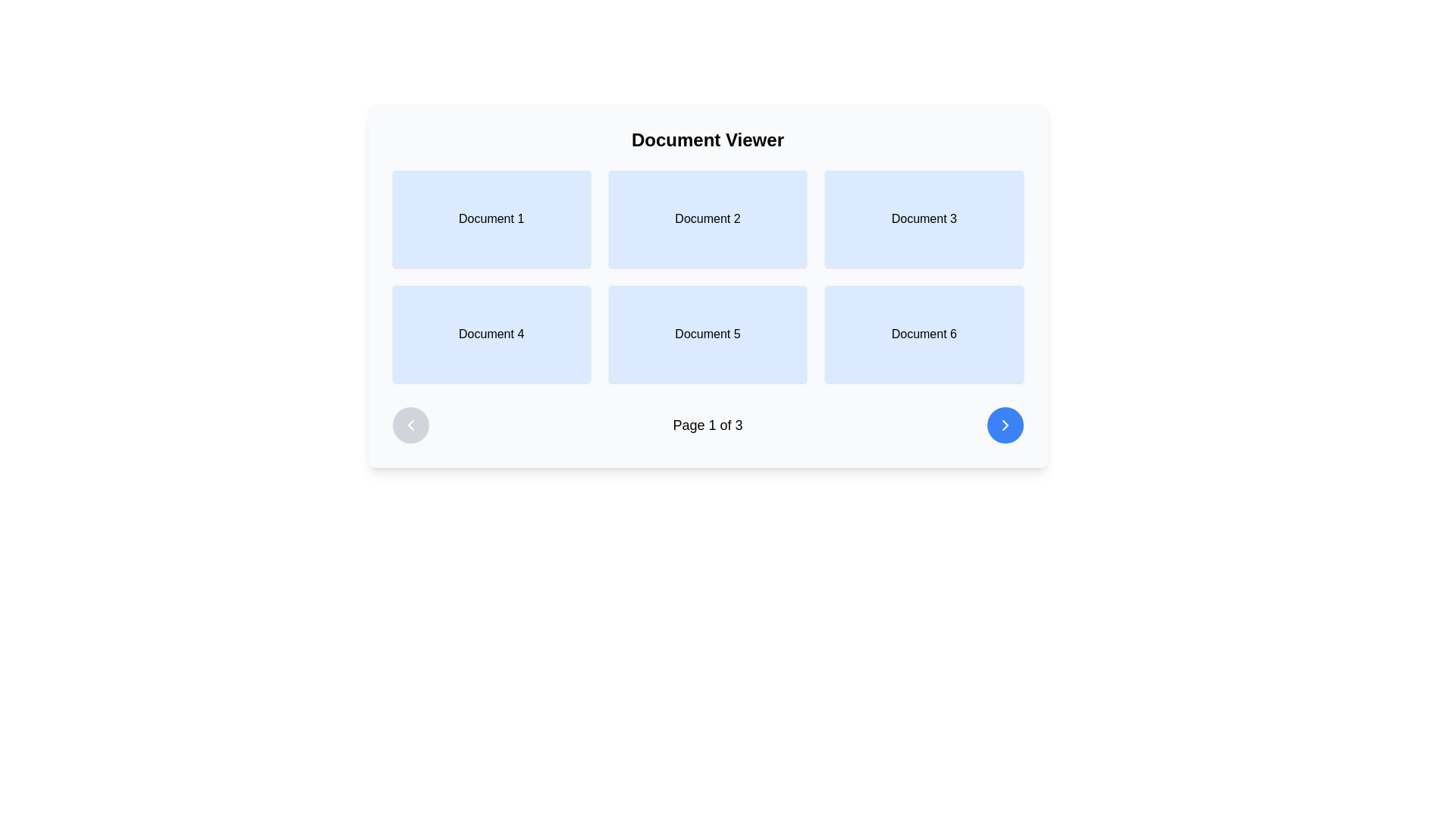 This screenshot has width=1456, height=819. Describe the element at coordinates (707, 425) in the screenshot. I see `the text label that displays the current page and total number of pages, which is centrally located between the navigation buttons` at that location.